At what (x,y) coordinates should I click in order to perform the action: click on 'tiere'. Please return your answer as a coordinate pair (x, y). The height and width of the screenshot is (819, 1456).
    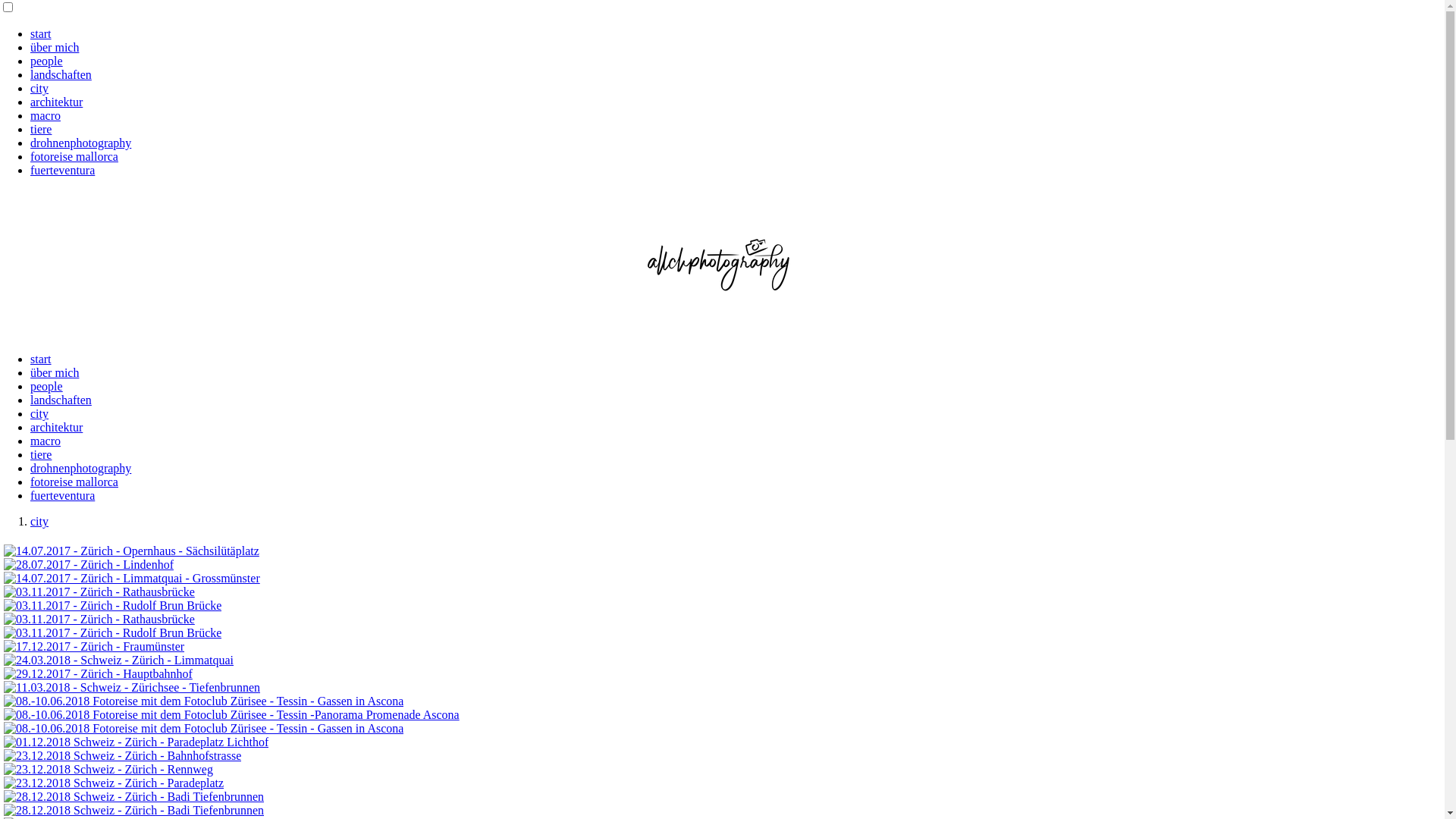
    Looking at the image, I should click on (40, 128).